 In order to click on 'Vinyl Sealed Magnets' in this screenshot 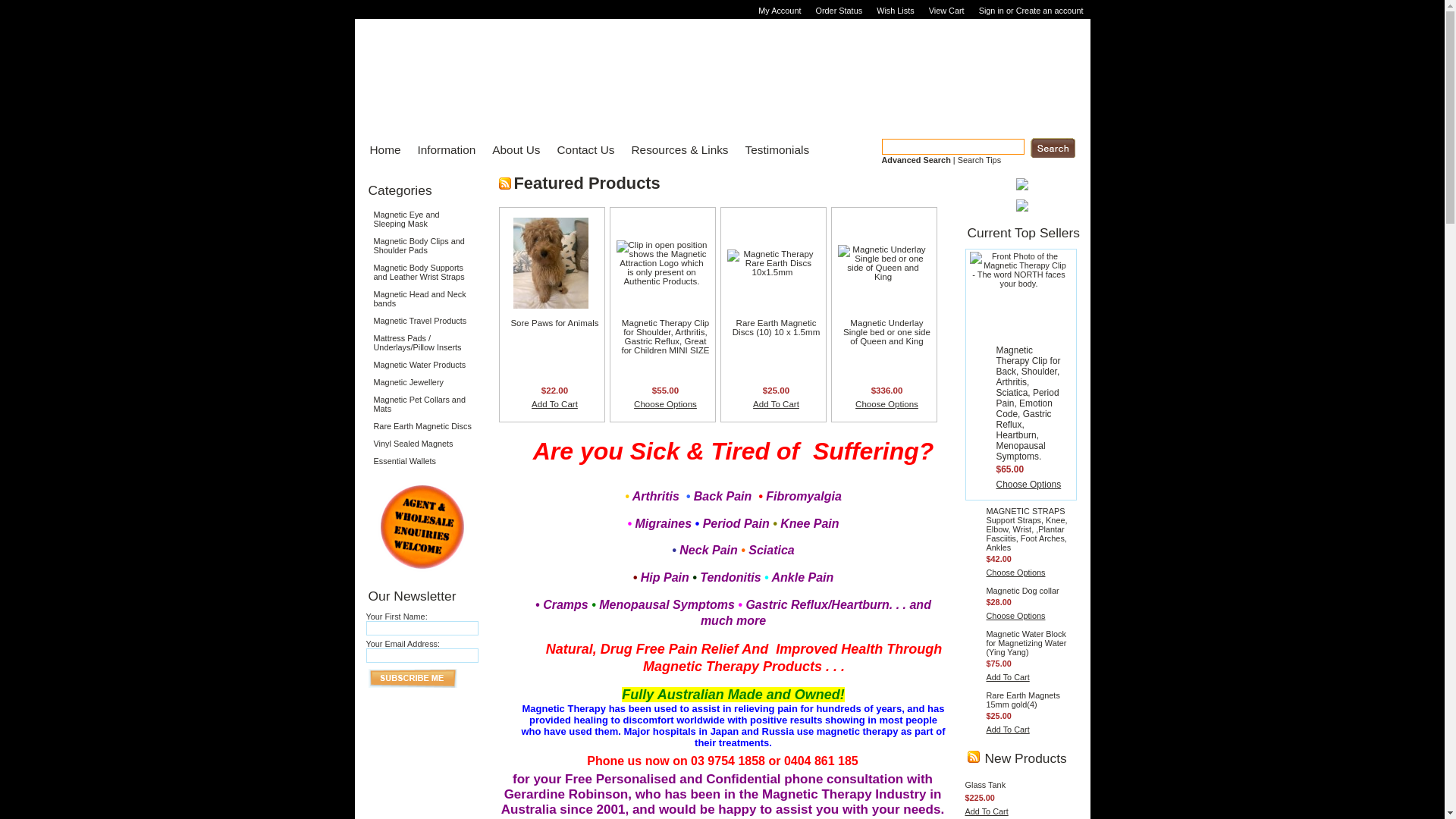, I will do `click(422, 444)`.